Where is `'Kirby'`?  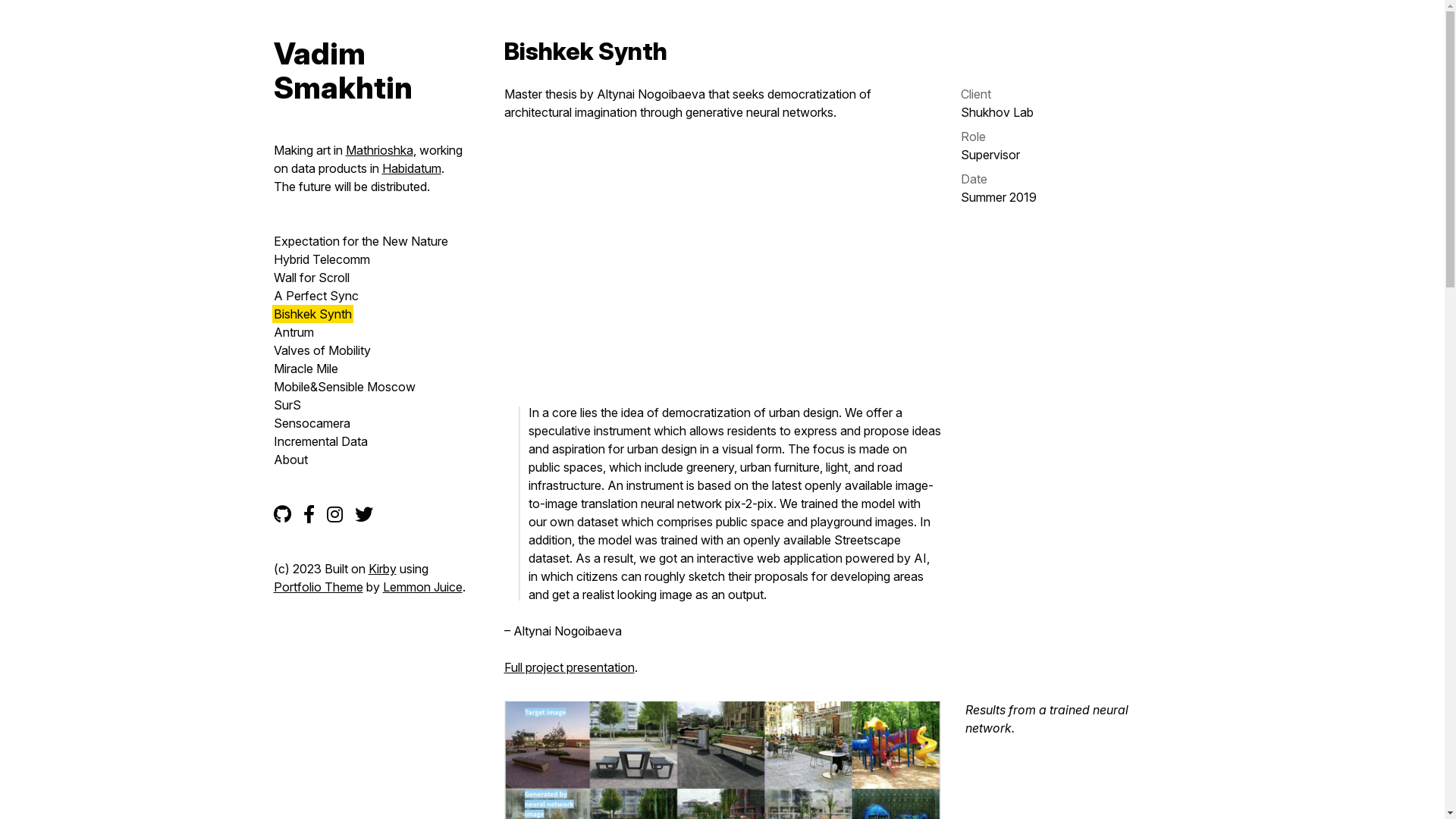
'Kirby' is located at coordinates (368, 568).